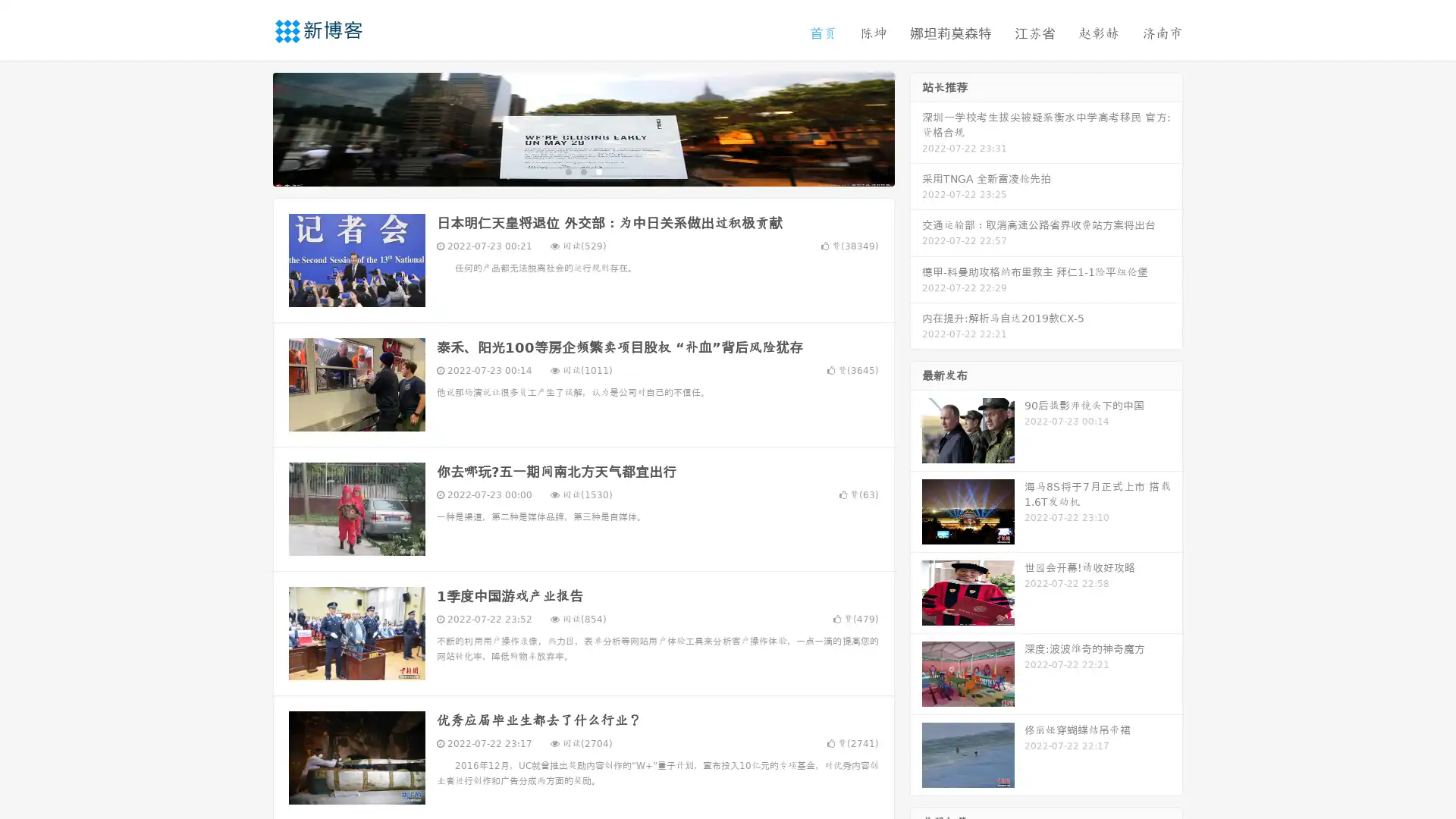 Image resolution: width=1456 pixels, height=819 pixels. What do you see at coordinates (598, 171) in the screenshot?
I see `Go to slide 3` at bounding box center [598, 171].